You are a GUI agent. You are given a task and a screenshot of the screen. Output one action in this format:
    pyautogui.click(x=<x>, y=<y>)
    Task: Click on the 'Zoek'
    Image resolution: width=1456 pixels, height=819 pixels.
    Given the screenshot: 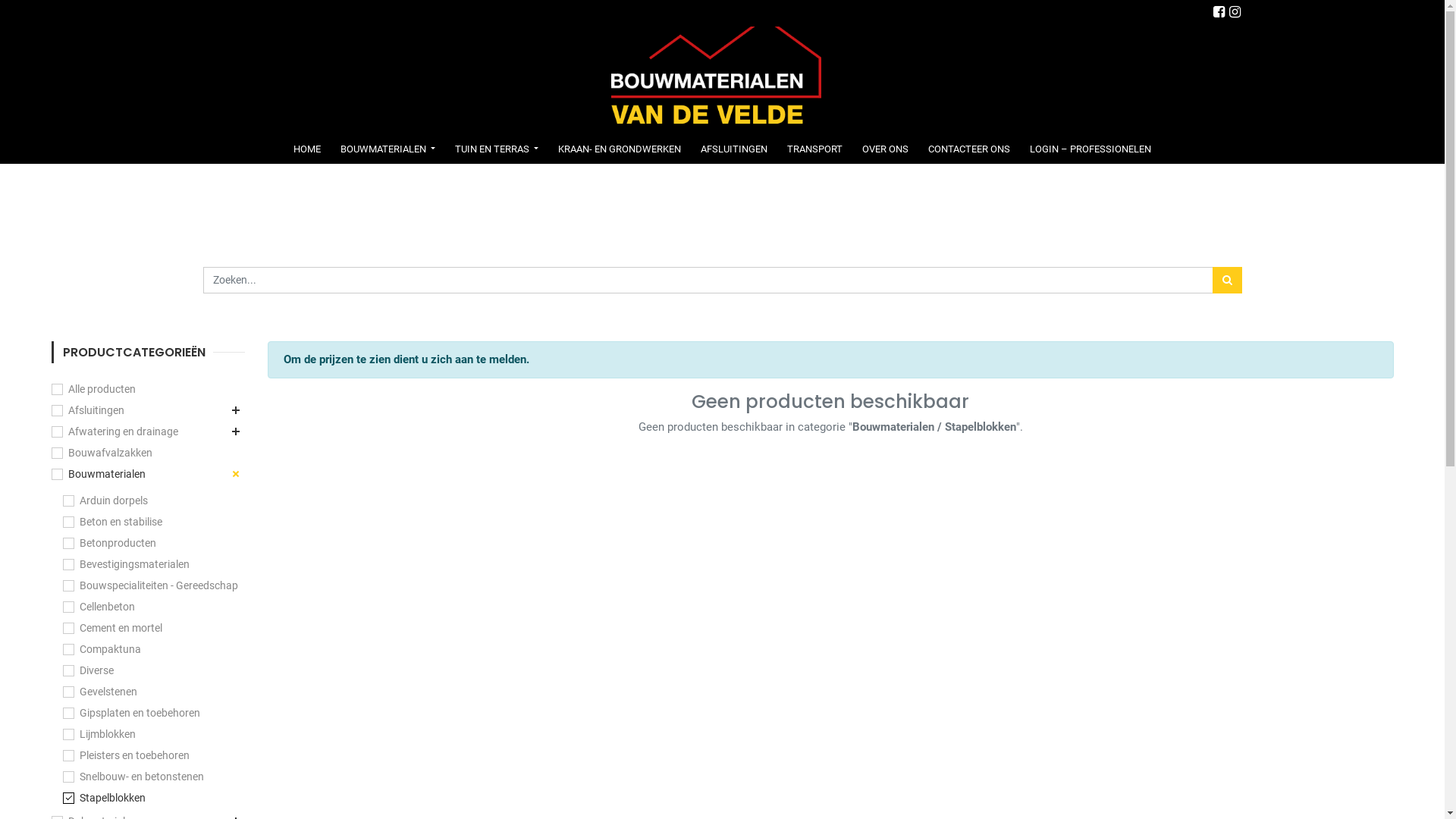 What is the action you would take?
    pyautogui.click(x=1211, y=280)
    